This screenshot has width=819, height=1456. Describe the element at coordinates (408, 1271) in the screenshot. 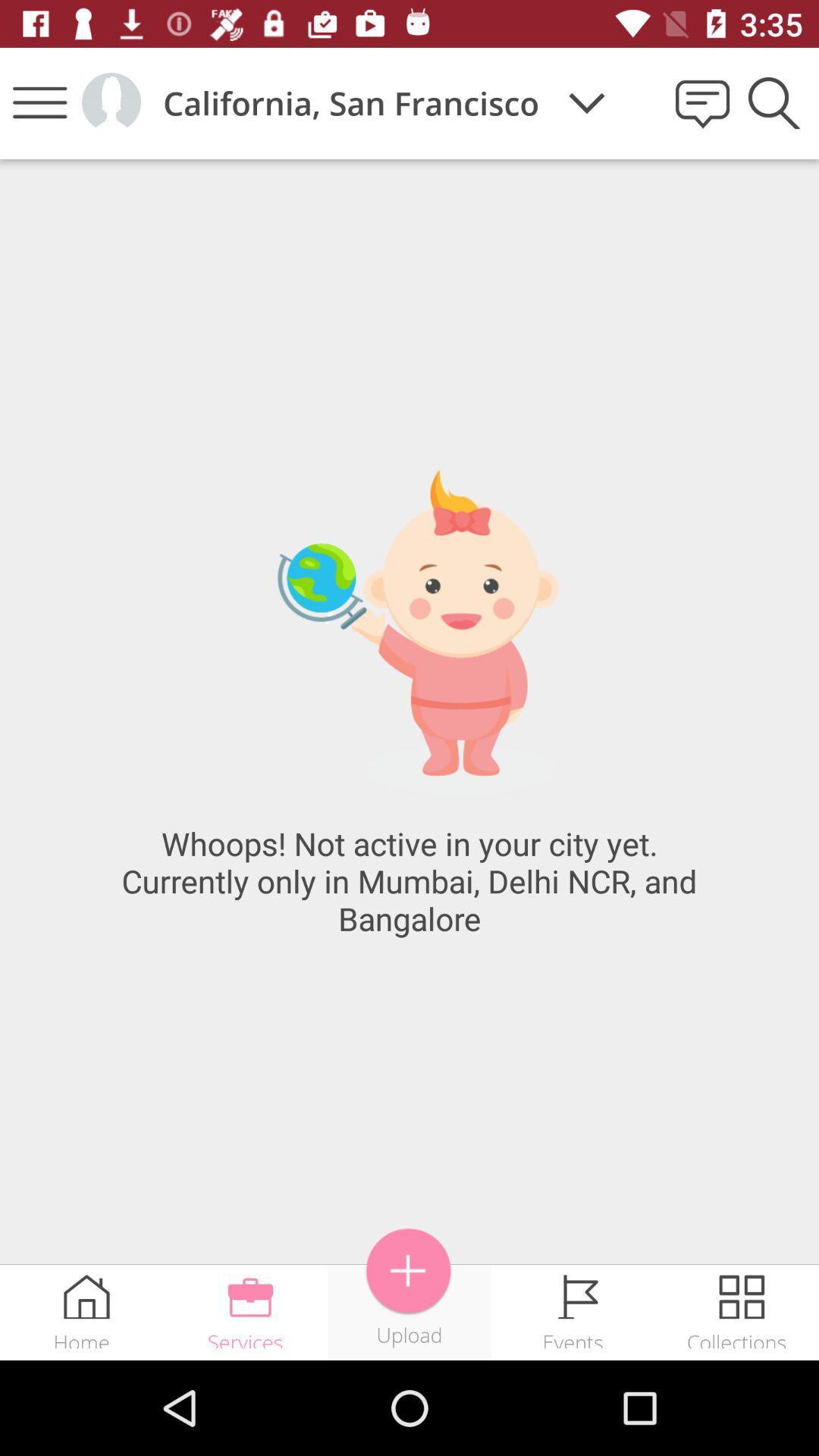

I see `icon next to events item` at that location.